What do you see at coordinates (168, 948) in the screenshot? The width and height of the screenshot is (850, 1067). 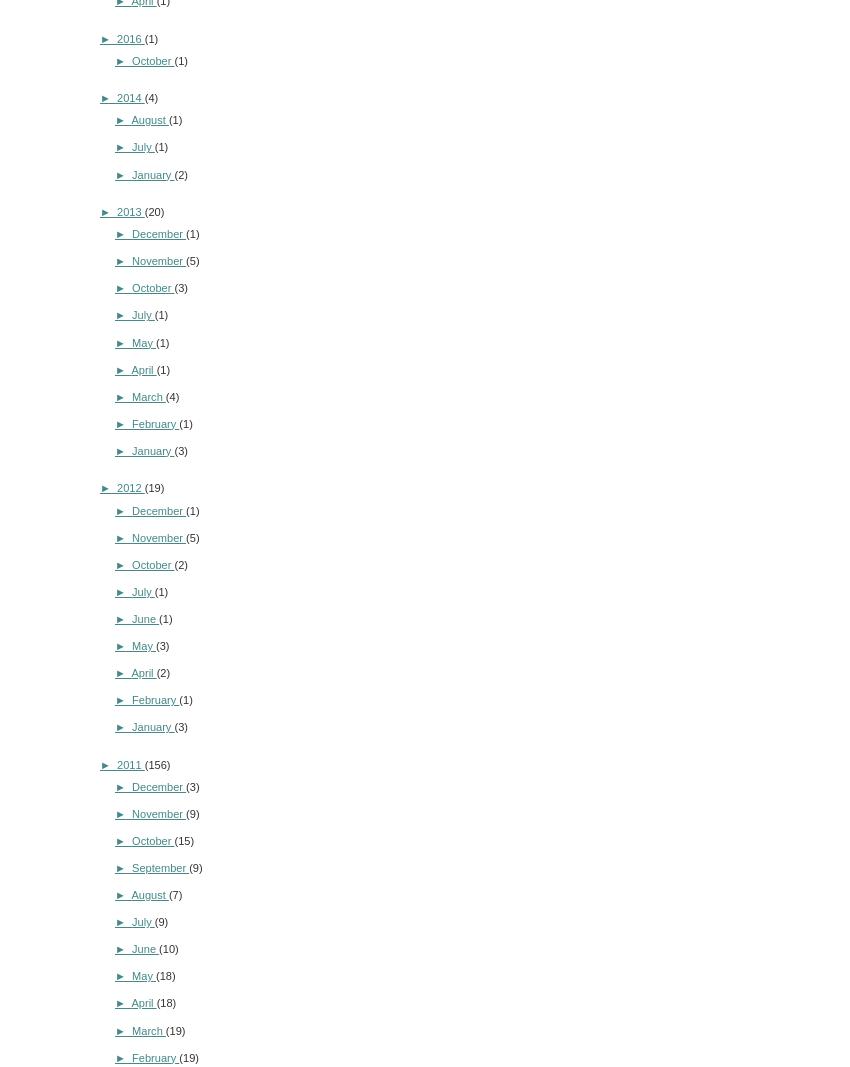 I see `'(10)'` at bounding box center [168, 948].